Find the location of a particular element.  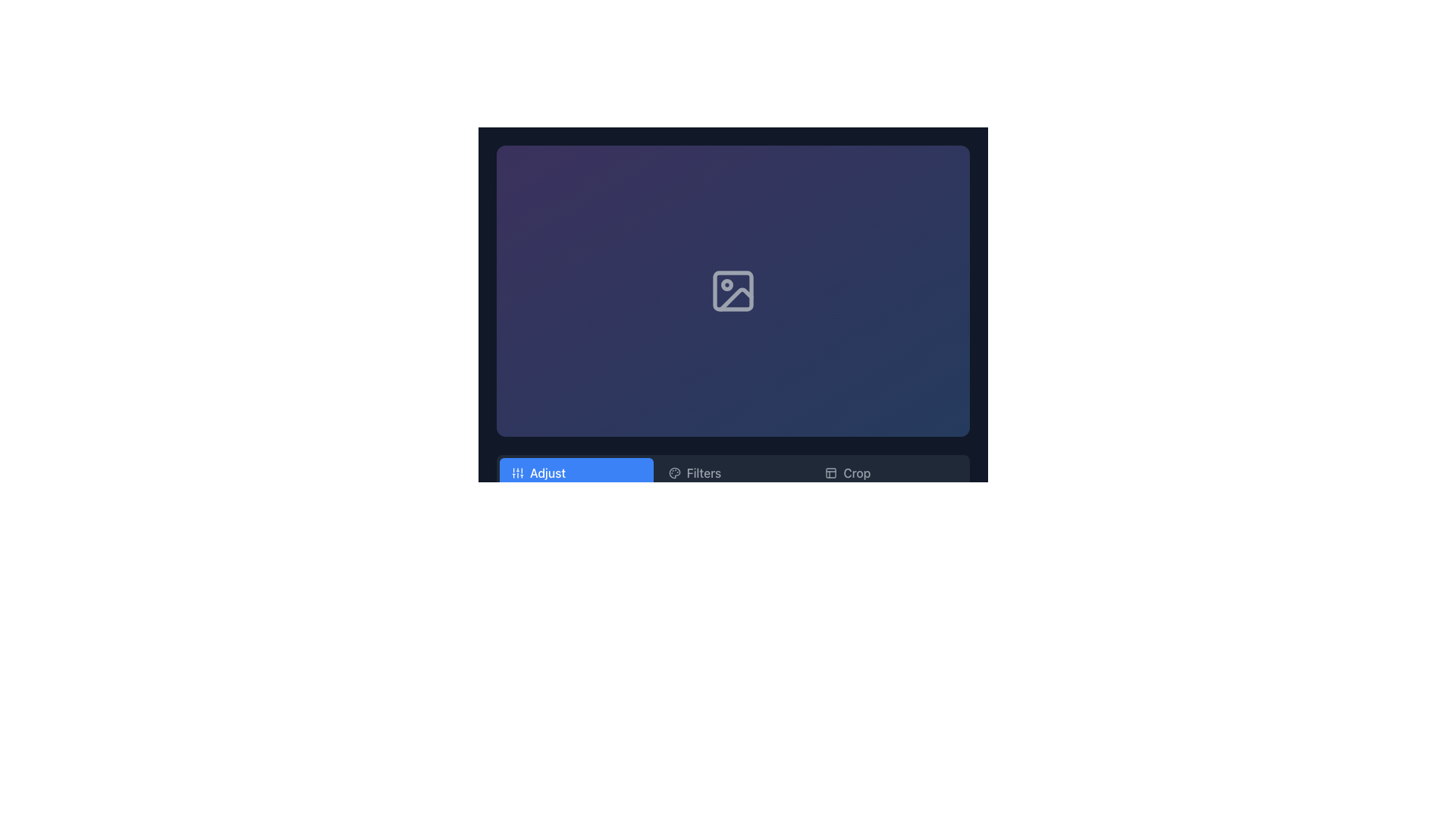

the text label that represents a filter option is located at coordinates (703, 472).